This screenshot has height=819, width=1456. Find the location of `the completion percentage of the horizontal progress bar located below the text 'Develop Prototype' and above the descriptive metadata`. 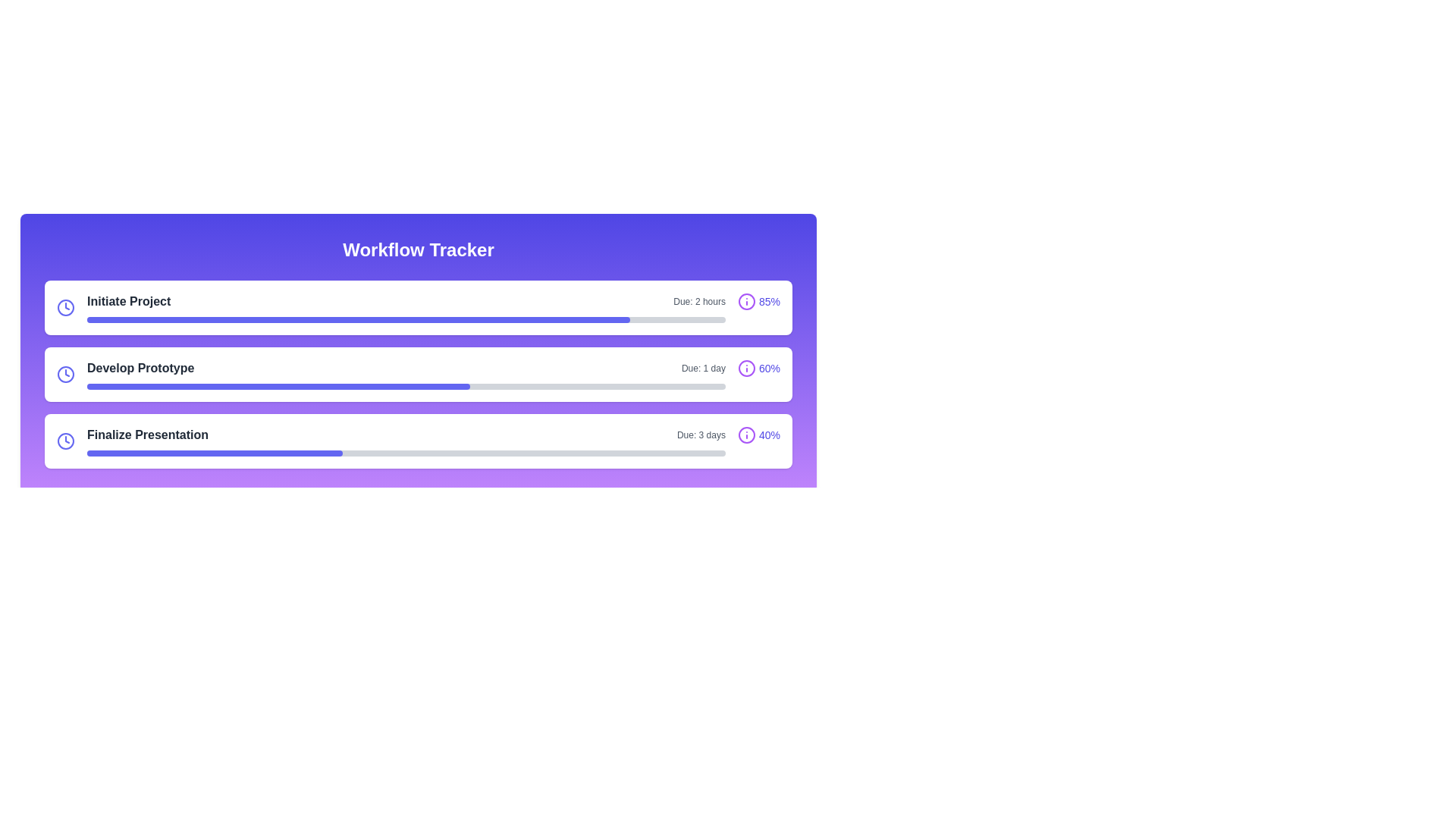

the completion percentage of the horizontal progress bar located below the text 'Develop Prototype' and above the descriptive metadata is located at coordinates (406, 385).